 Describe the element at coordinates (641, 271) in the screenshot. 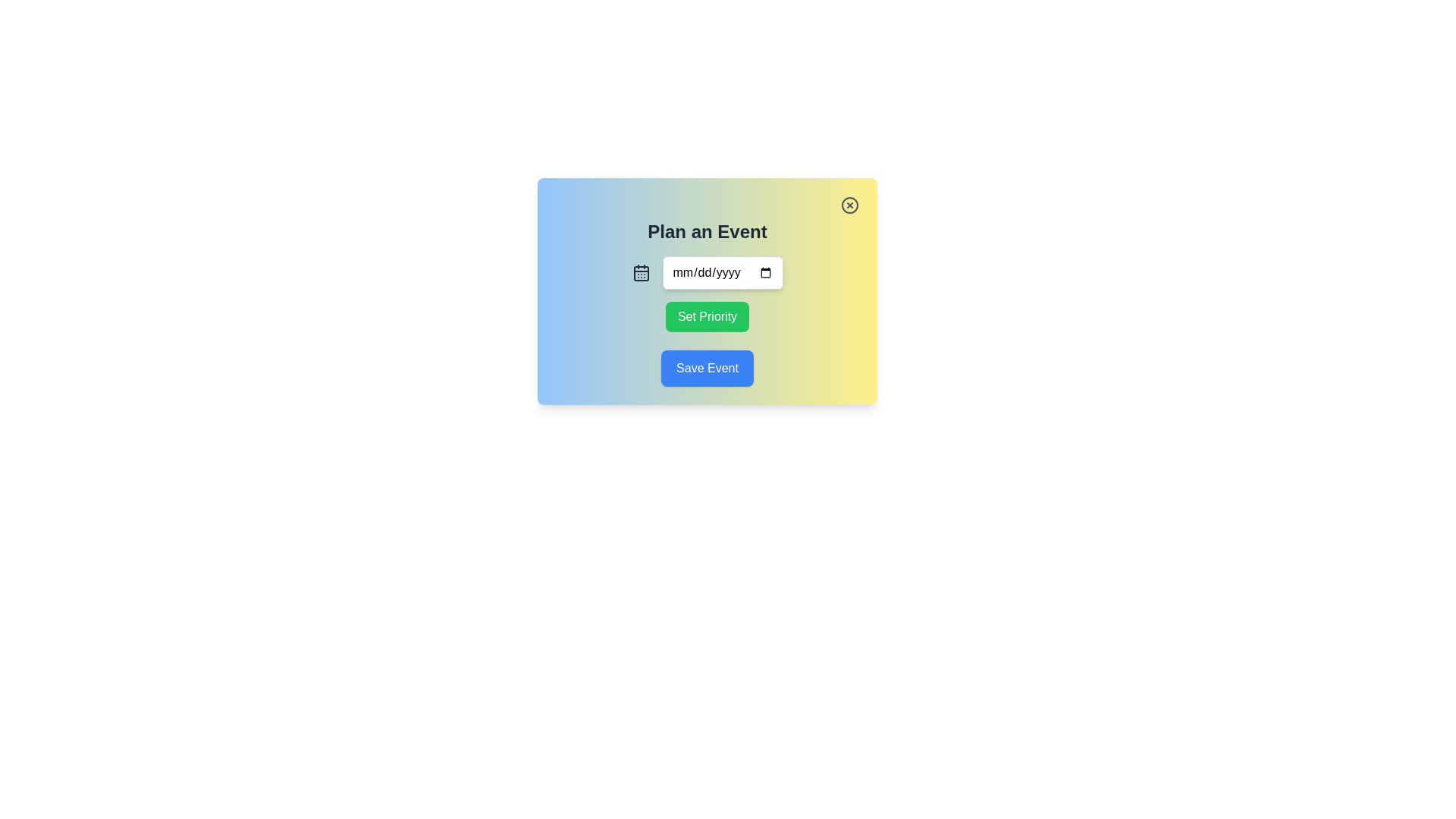

I see `the small minimalist calendar icon located to the left of the date input field in the 'Plan an Event' form` at that location.